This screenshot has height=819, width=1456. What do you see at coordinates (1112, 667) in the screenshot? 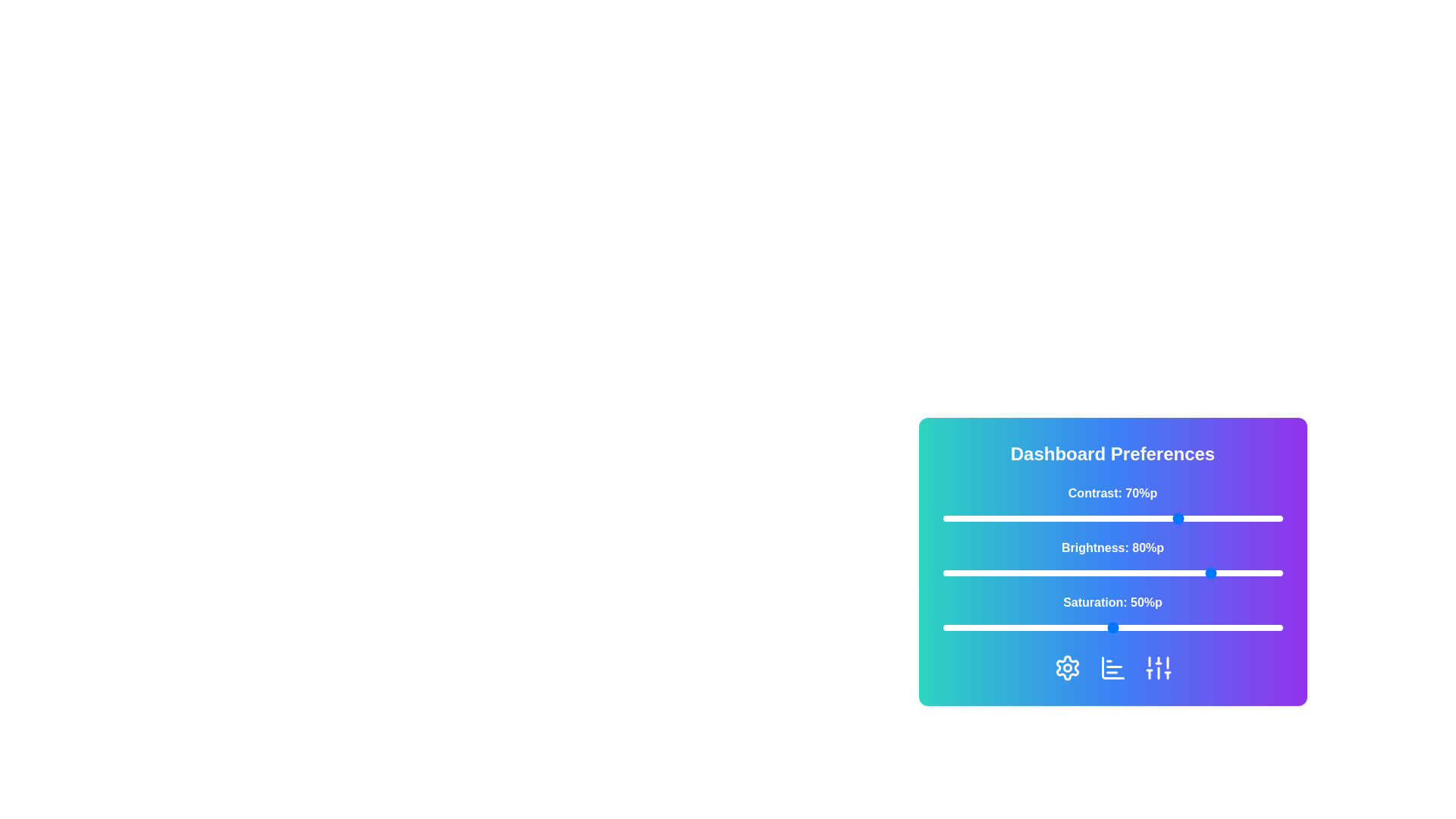
I see `the 'ChartBar' icon` at bounding box center [1112, 667].